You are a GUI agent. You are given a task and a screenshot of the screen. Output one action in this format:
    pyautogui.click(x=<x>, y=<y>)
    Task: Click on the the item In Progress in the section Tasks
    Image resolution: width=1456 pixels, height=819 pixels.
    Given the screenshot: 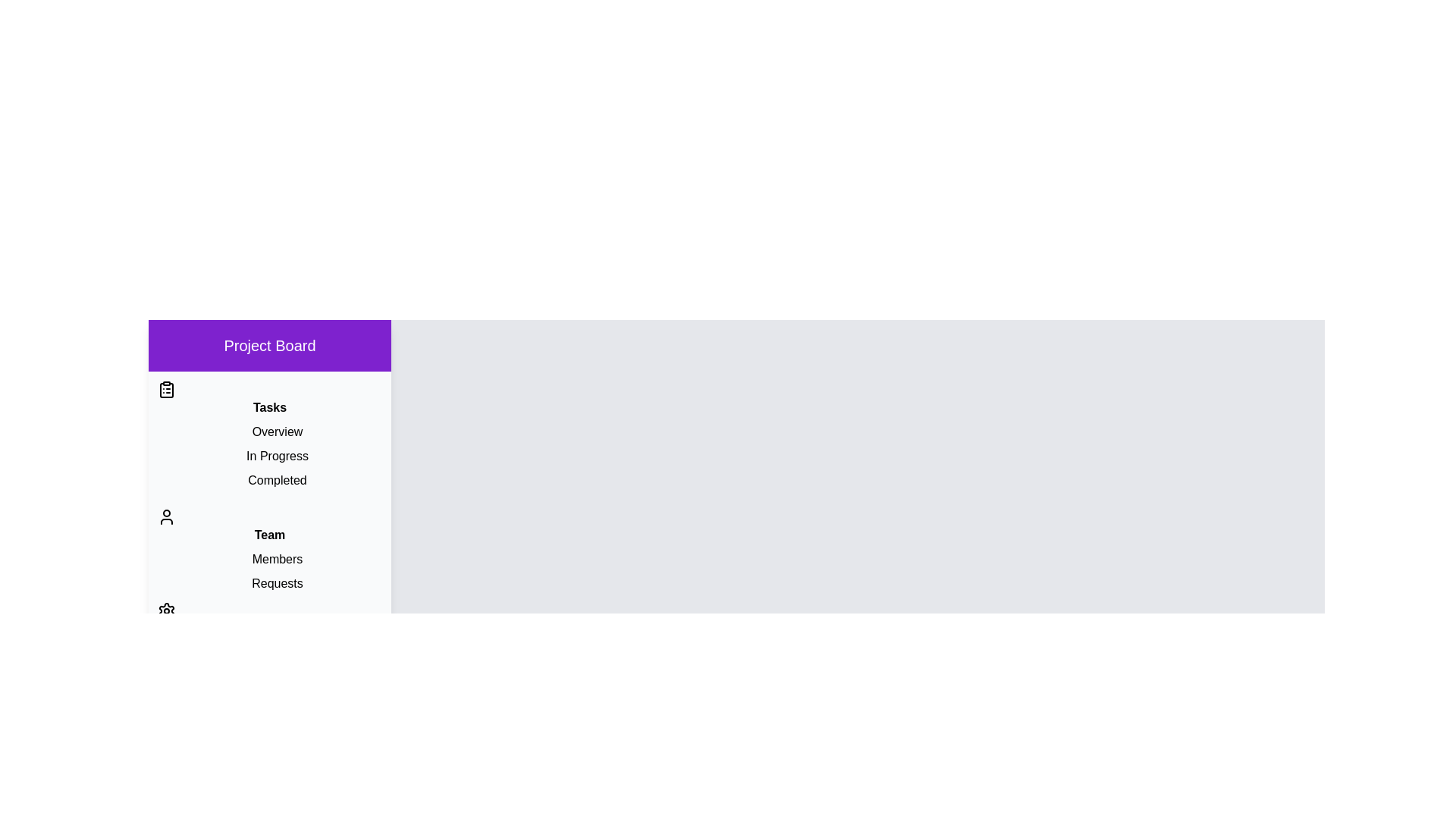 What is the action you would take?
    pyautogui.click(x=269, y=455)
    